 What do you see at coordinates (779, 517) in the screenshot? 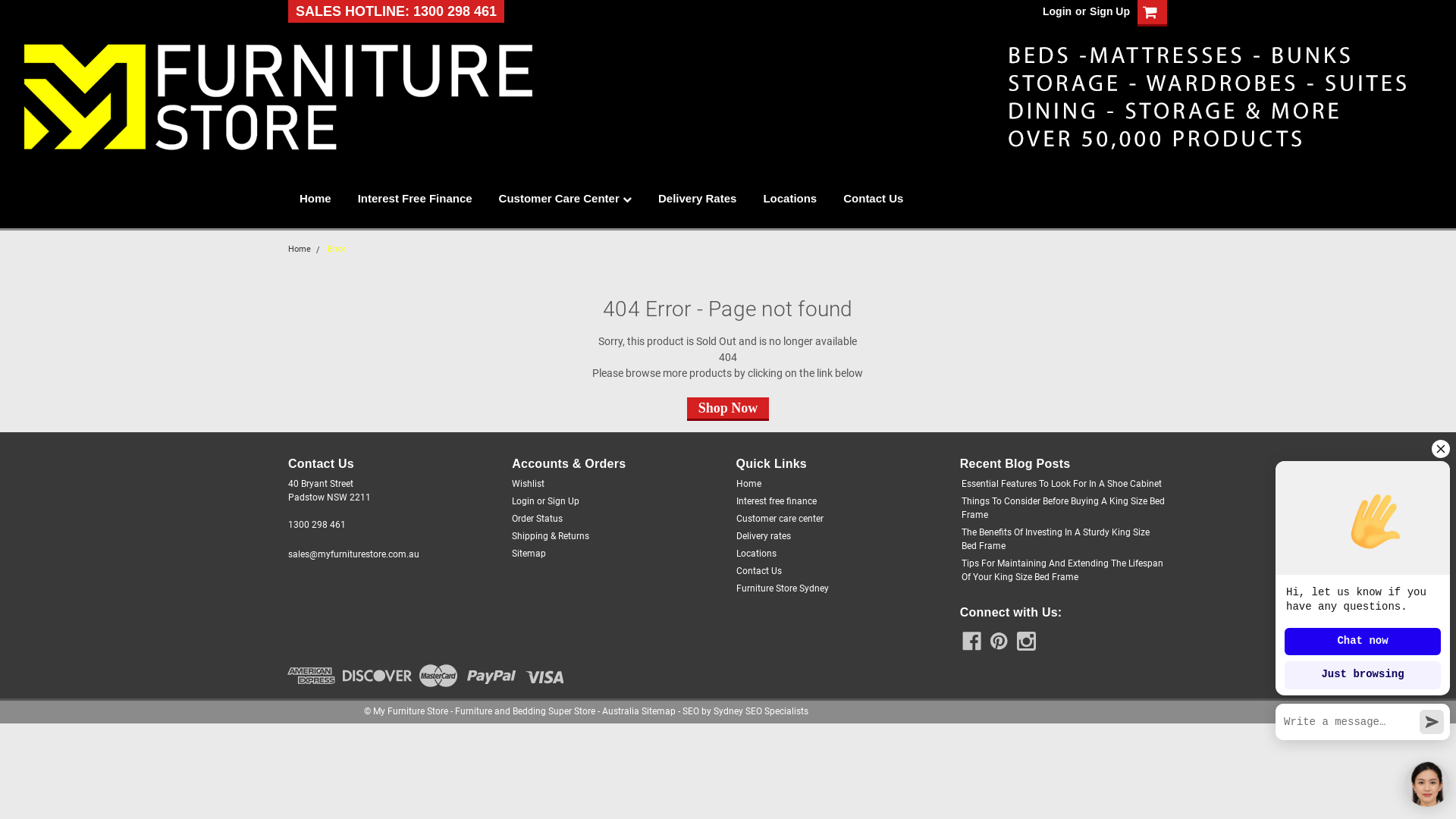
I see `'Customer care center'` at bounding box center [779, 517].